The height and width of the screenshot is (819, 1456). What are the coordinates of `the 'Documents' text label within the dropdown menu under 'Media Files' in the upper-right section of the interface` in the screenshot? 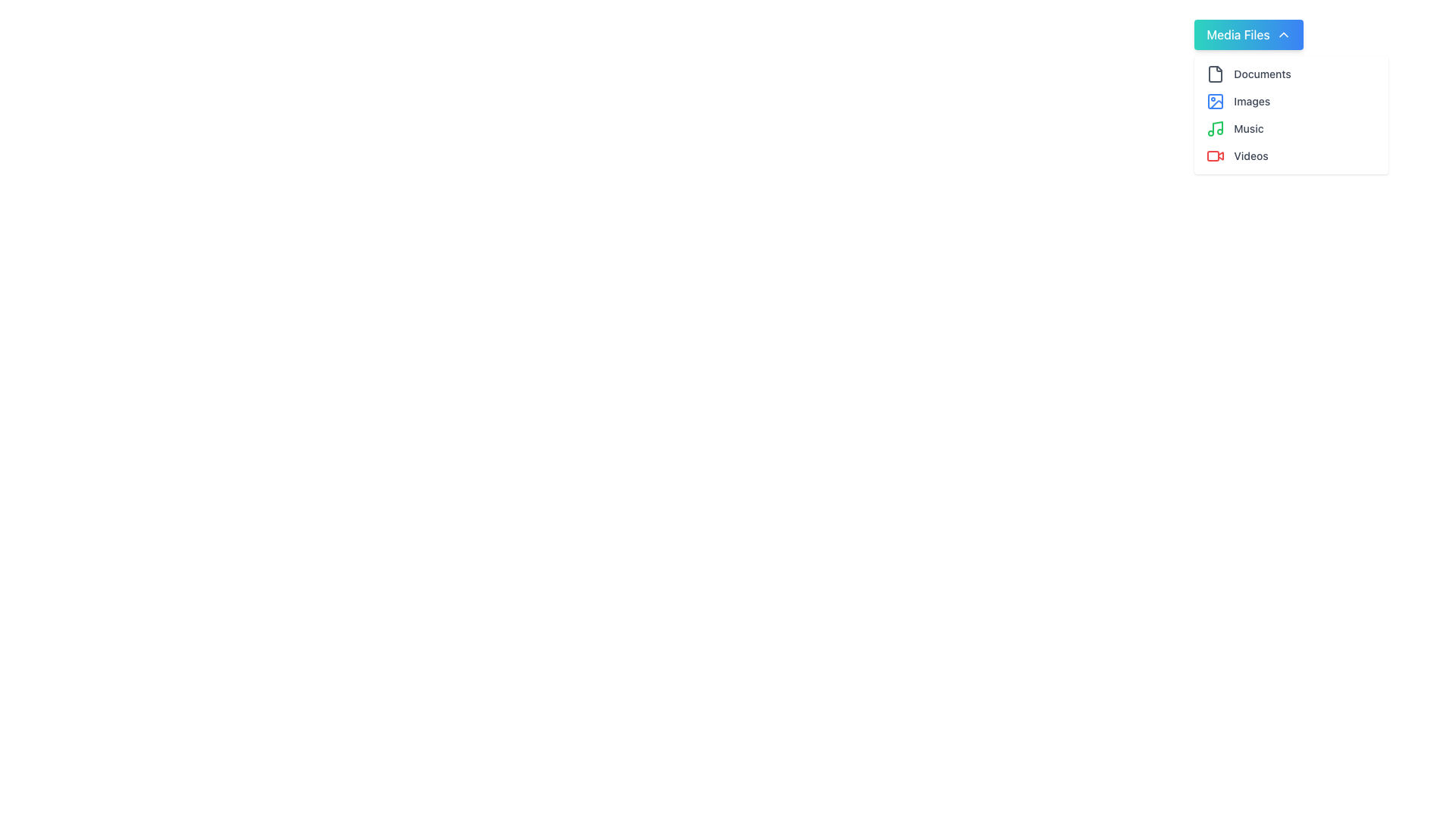 It's located at (1263, 74).